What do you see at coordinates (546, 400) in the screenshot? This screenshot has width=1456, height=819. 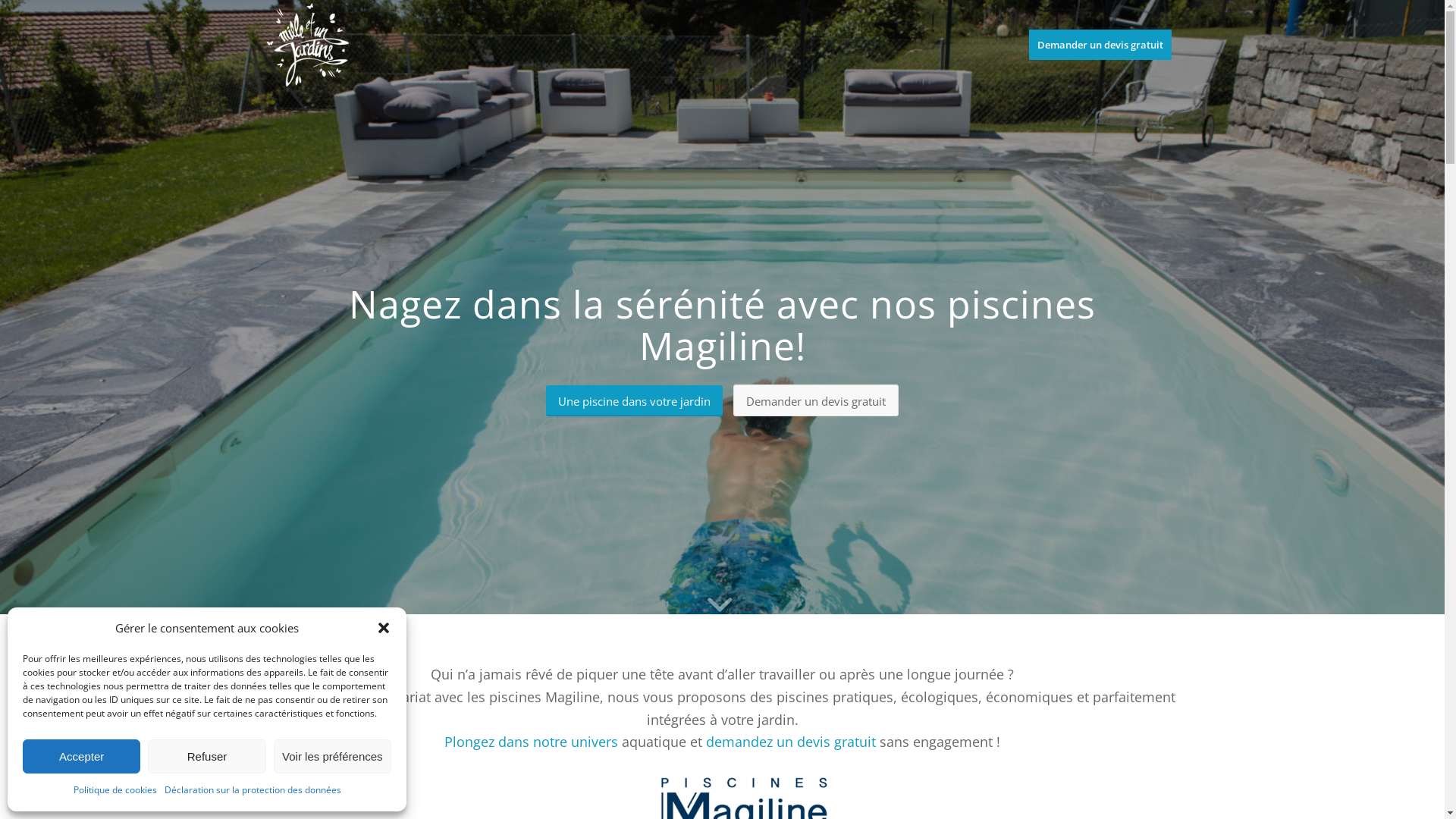 I see `'Une piscine dans votre jardin'` at bounding box center [546, 400].